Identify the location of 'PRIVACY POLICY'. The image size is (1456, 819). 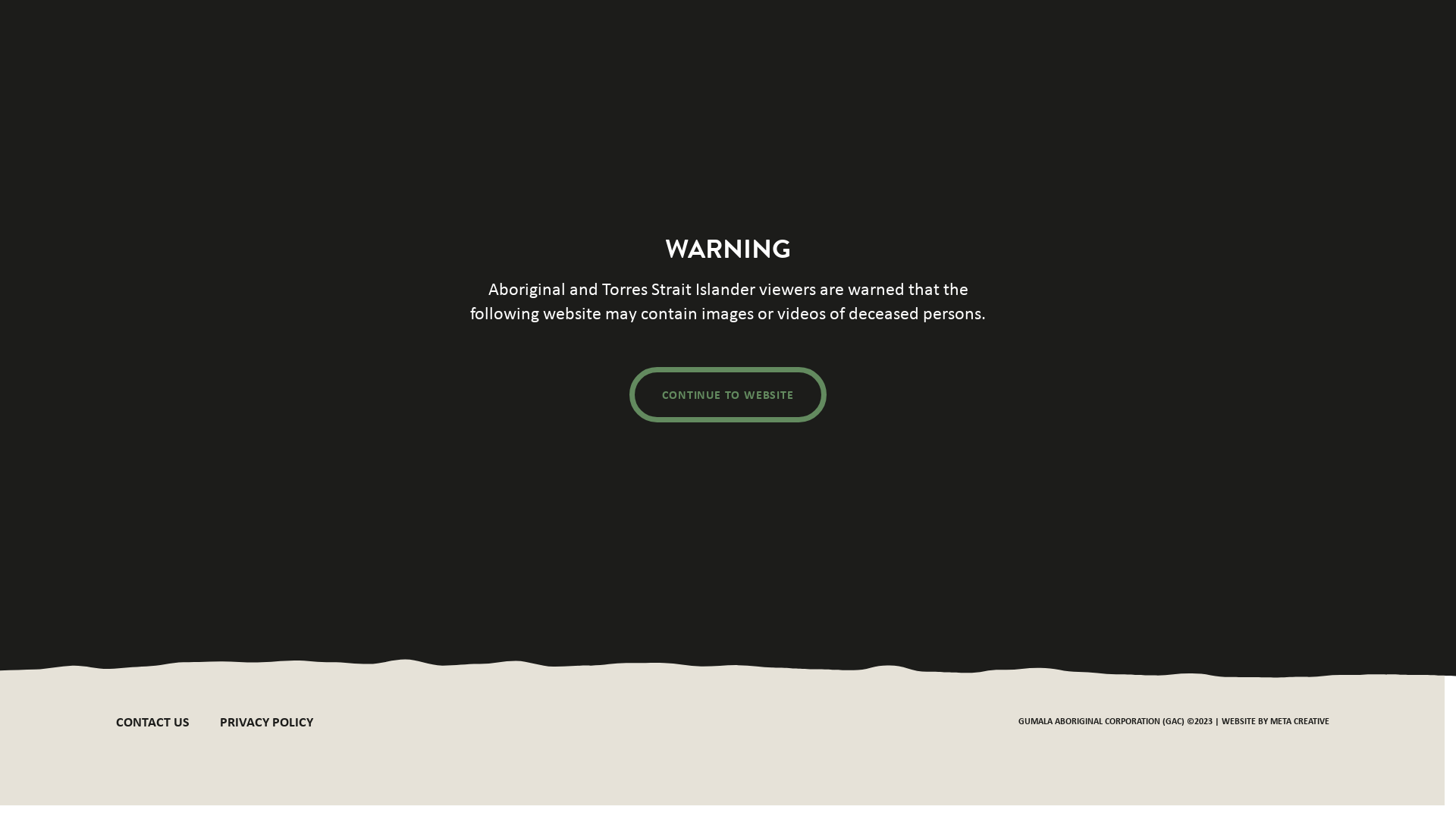
(266, 721).